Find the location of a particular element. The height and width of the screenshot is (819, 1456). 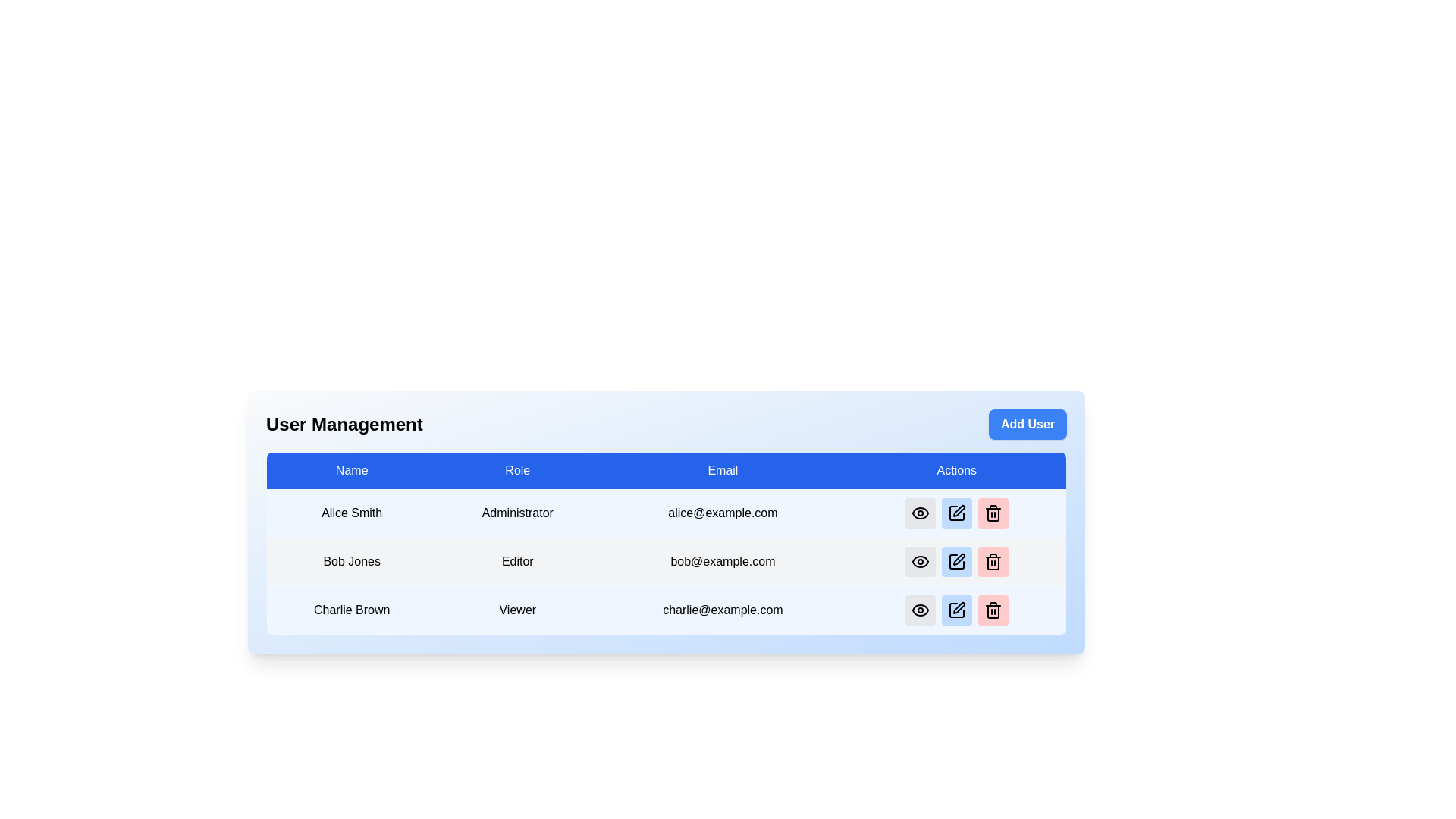

the editing icon for the user 'Alice Smith' located in the 'Actions' column of the table is located at coordinates (958, 511).